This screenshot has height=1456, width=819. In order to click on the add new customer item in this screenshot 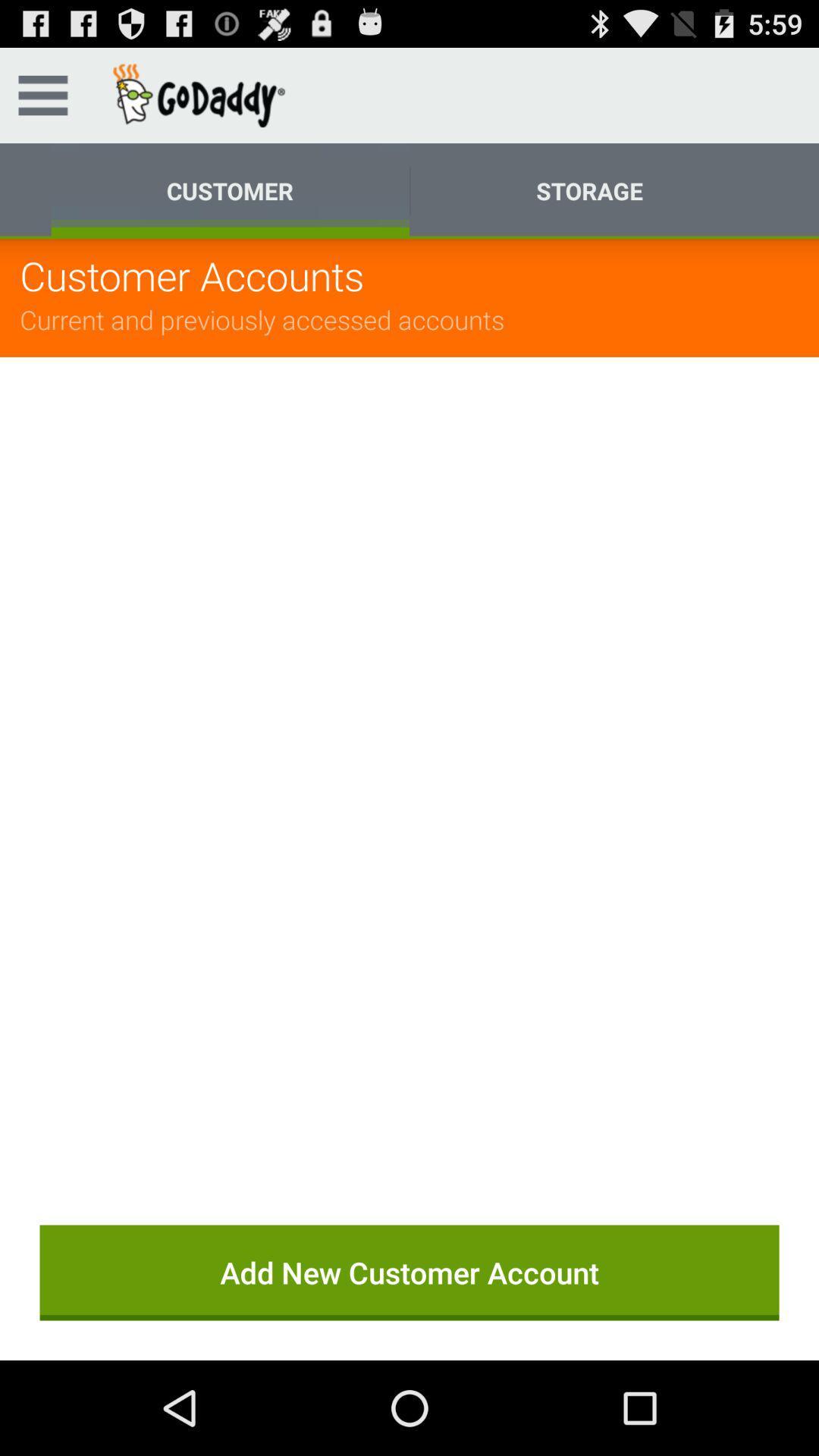, I will do `click(409, 1272)`.